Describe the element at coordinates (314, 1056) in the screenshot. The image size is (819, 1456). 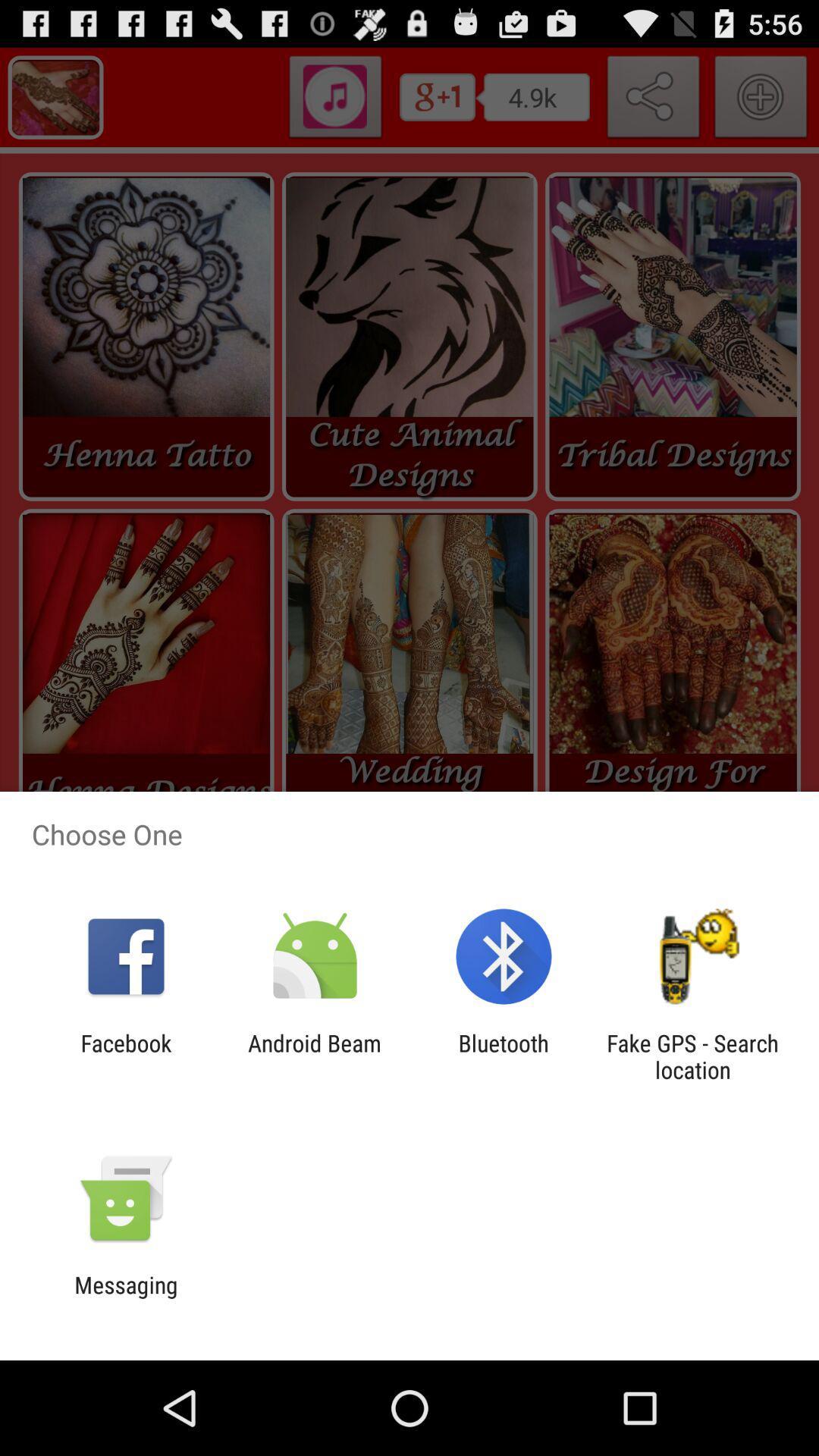
I see `the icon next to the bluetooth item` at that location.